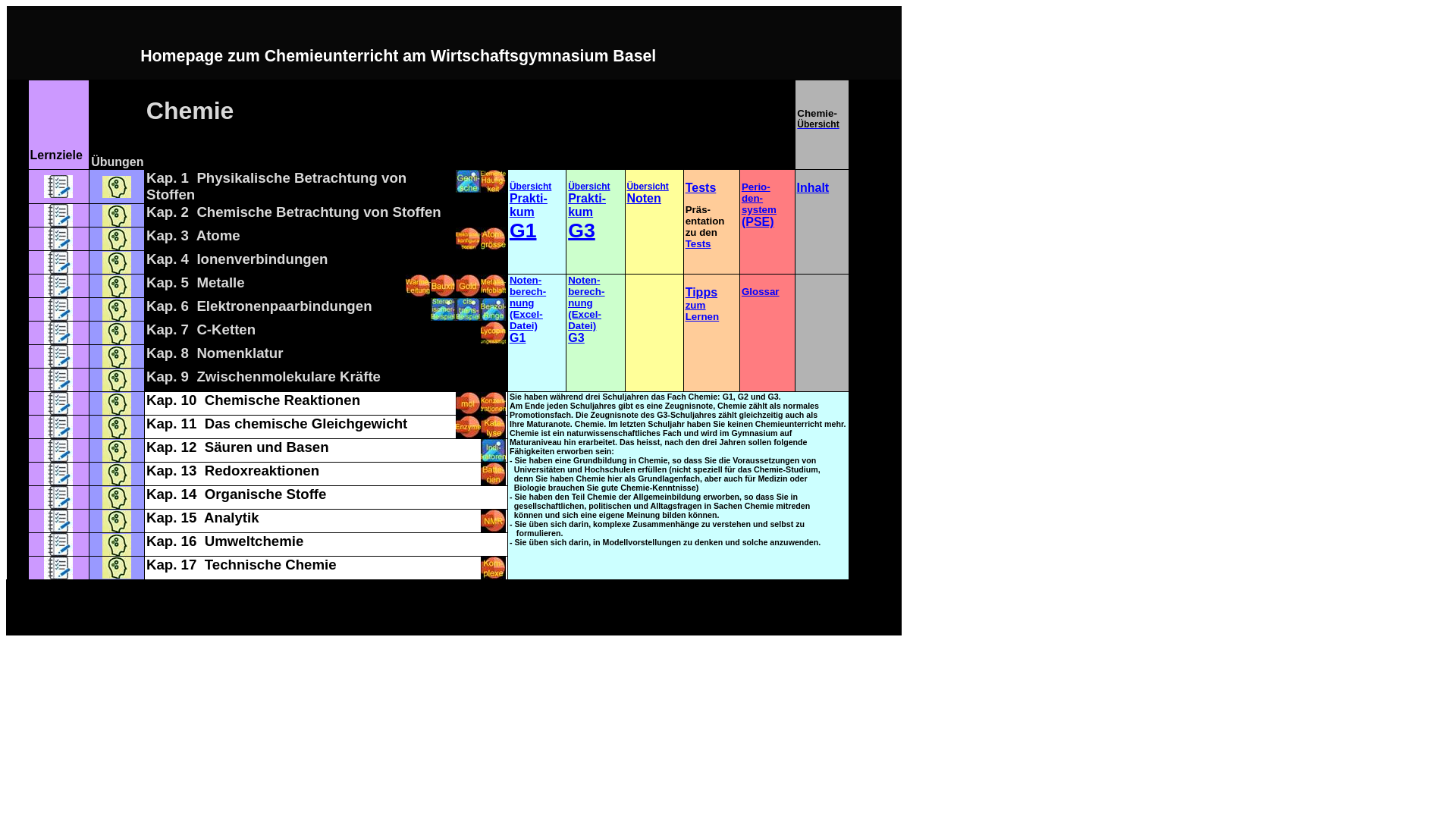 This screenshot has width=1456, height=819. Describe the element at coordinates (698, 243) in the screenshot. I see `'Tests'` at that location.